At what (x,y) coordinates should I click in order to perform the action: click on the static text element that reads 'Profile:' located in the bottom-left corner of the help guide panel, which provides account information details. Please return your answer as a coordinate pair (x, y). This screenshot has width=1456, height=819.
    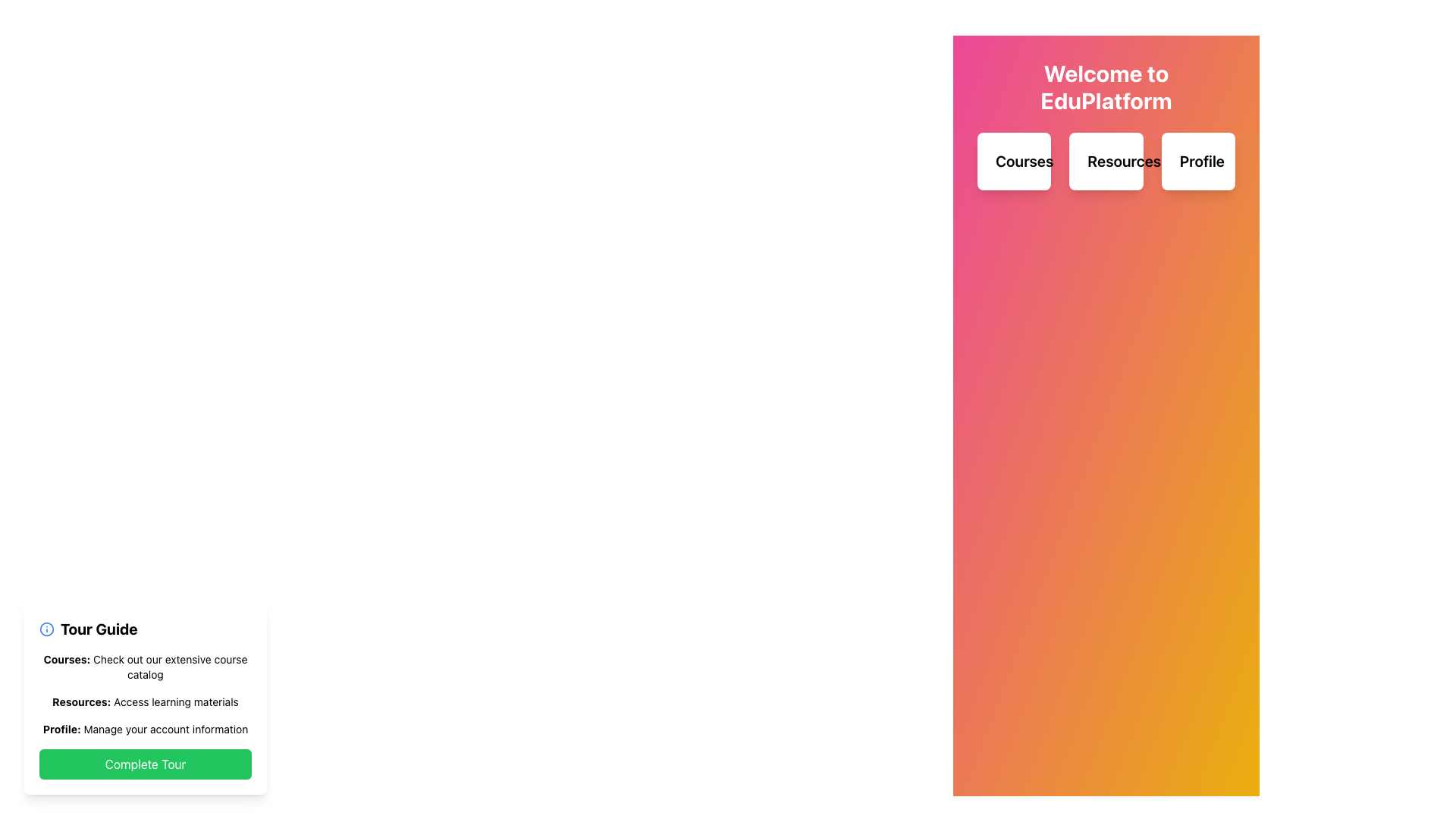
    Looking at the image, I should click on (61, 728).